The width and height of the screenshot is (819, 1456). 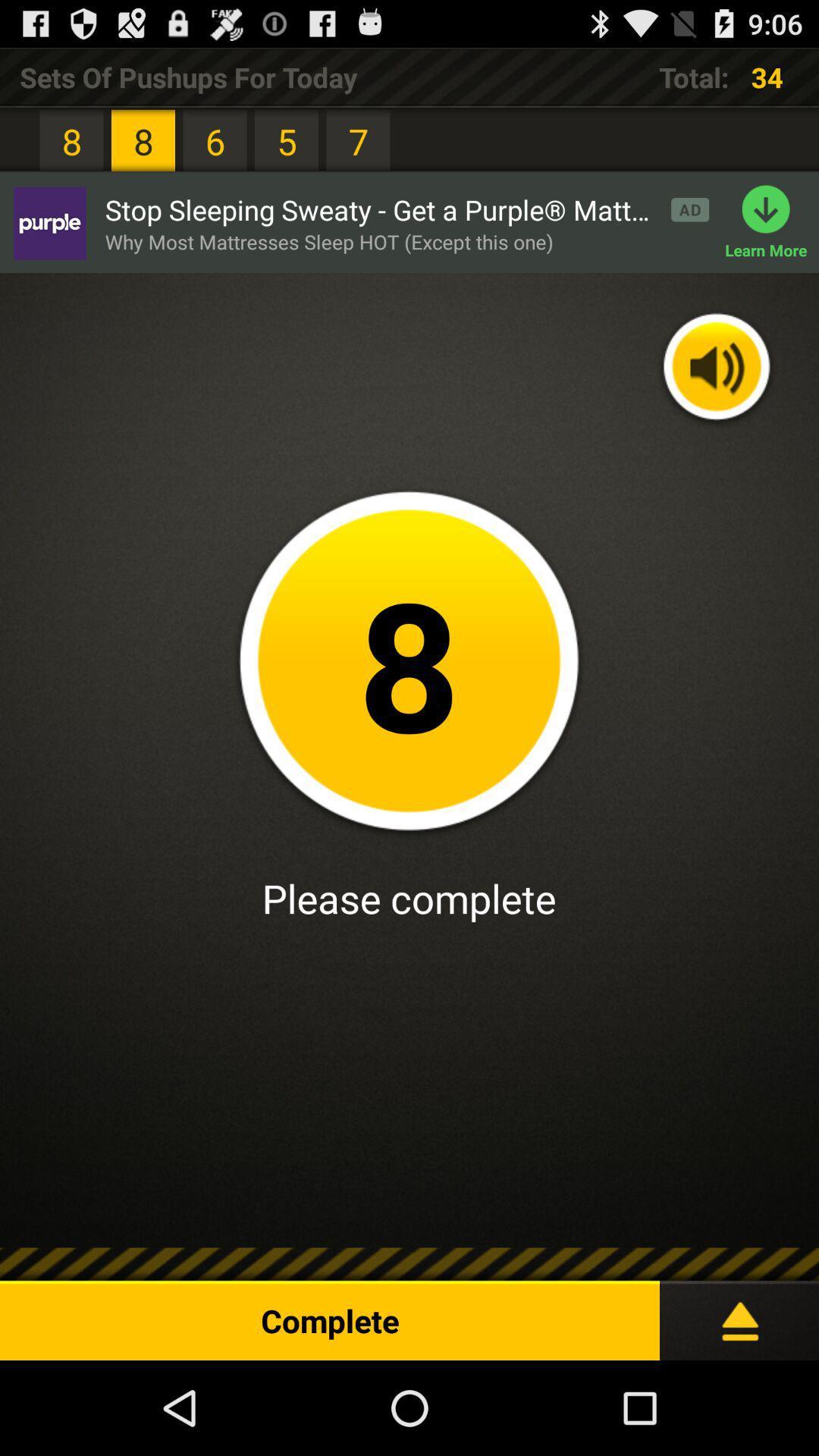 I want to click on volume up, so click(x=717, y=369).